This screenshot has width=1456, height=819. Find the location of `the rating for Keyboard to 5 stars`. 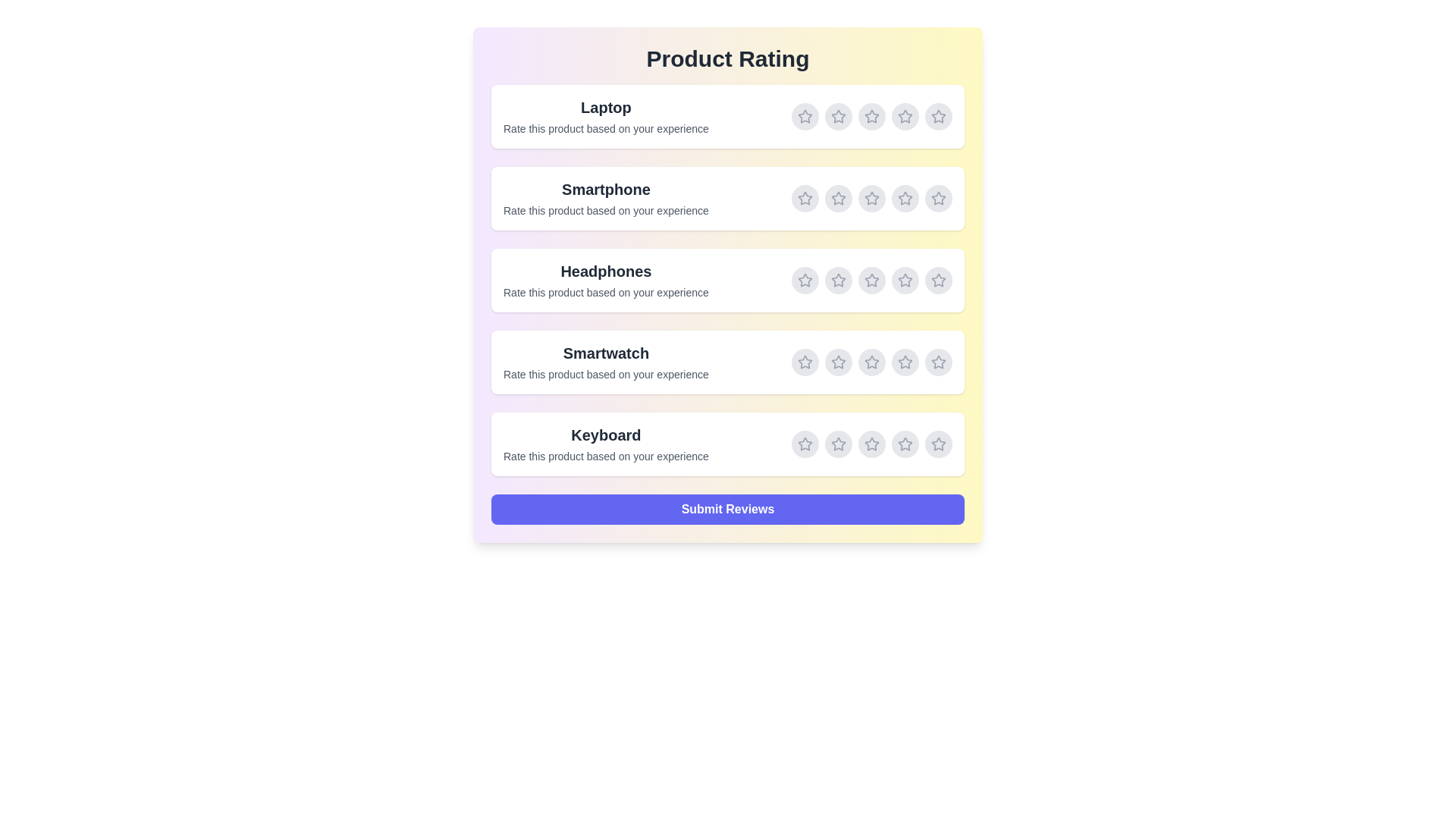

the rating for Keyboard to 5 stars is located at coordinates (938, 444).